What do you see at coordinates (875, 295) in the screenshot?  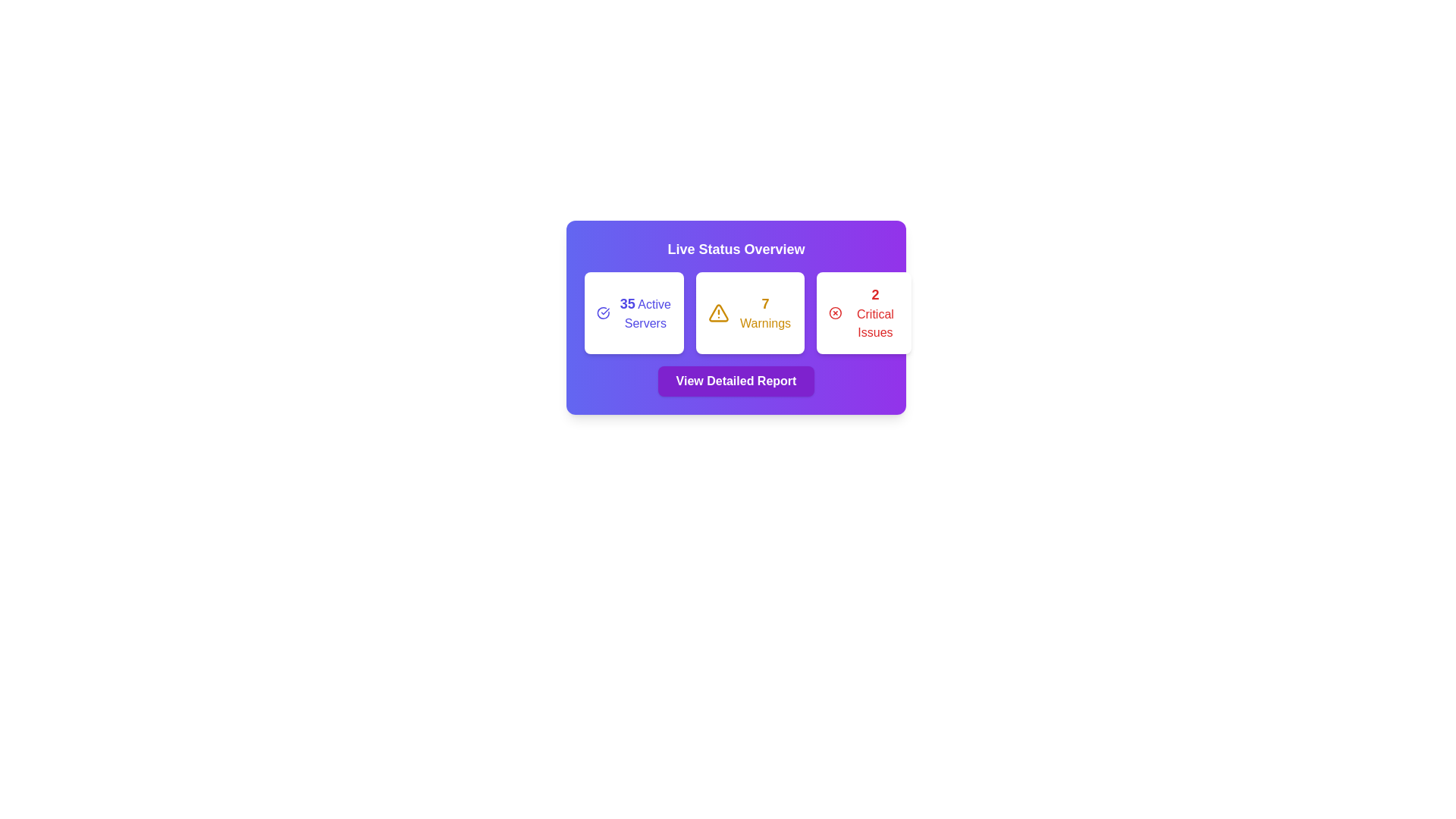 I see `displayed numeral '2' from the Text Display element, which is styled in red and indicates the count of critical issues, located above the 'Critical Issues' label` at bounding box center [875, 295].